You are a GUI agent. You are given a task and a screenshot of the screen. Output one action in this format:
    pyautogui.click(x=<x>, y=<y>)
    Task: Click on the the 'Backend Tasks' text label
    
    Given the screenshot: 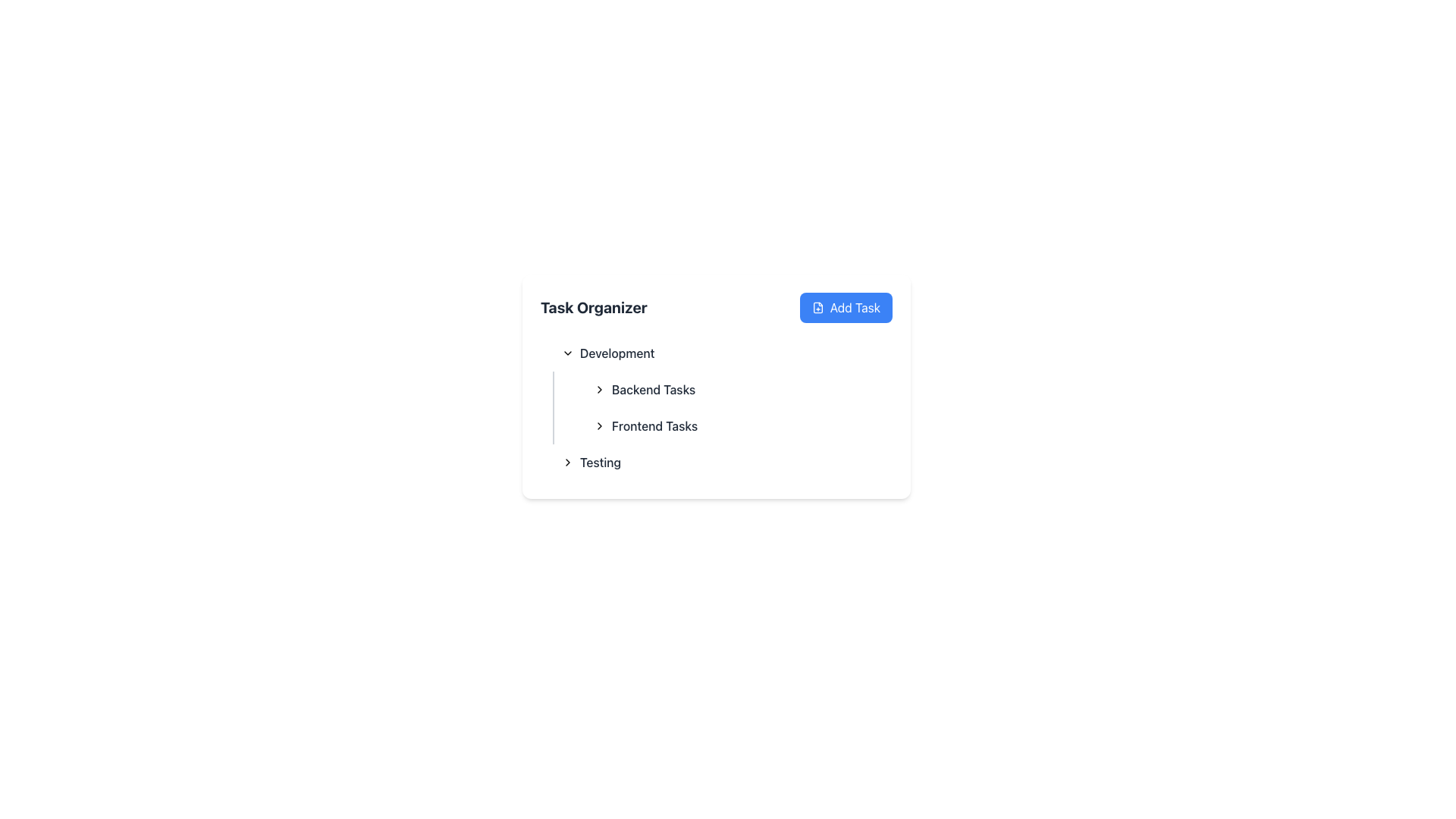 What is the action you would take?
    pyautogui.click(x=645, y=388)
    